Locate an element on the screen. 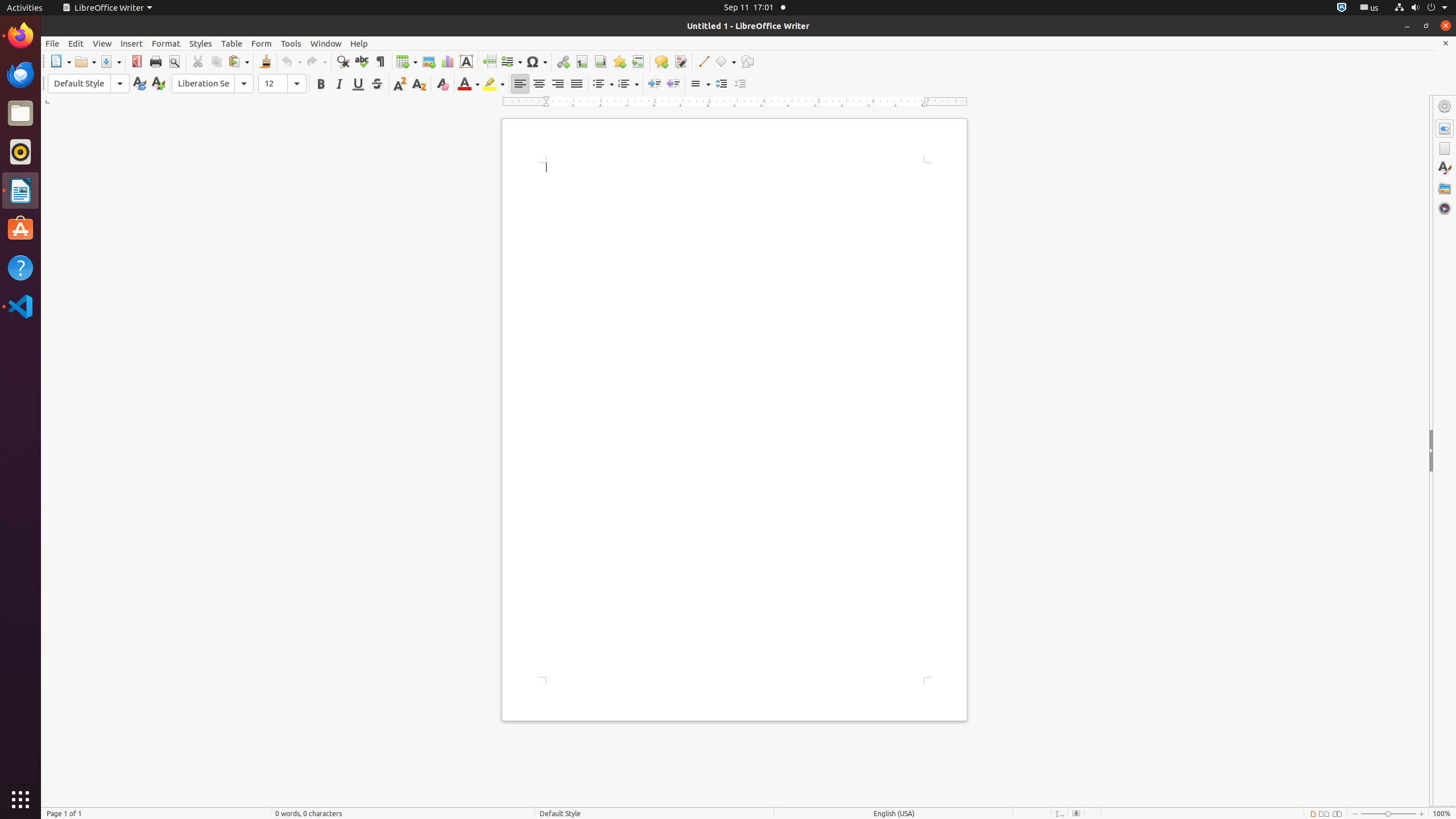 The image size is (1456, 819). 'Paste' is located at coordinates (238, 61).